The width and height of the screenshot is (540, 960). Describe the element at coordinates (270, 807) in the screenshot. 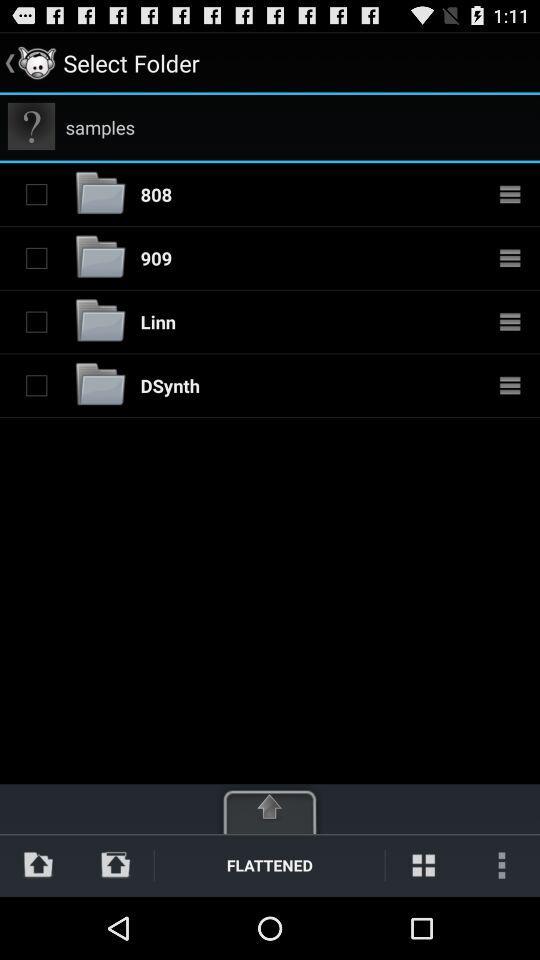

I see `expand tab icon` at that location.